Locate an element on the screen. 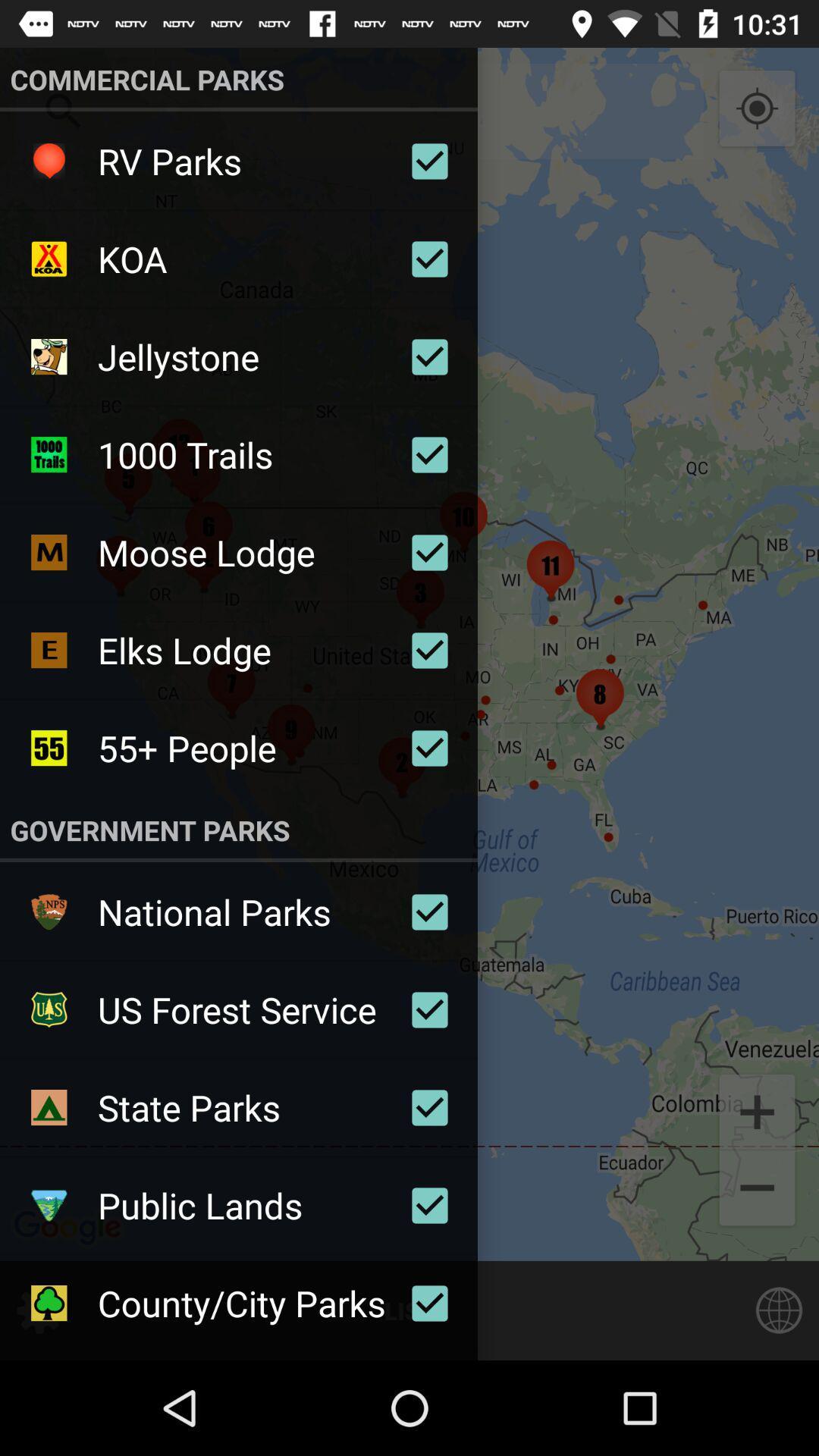 This screenshot has height=1456, width=819. the location_crosshair icon is located at coordinates (757, 108).